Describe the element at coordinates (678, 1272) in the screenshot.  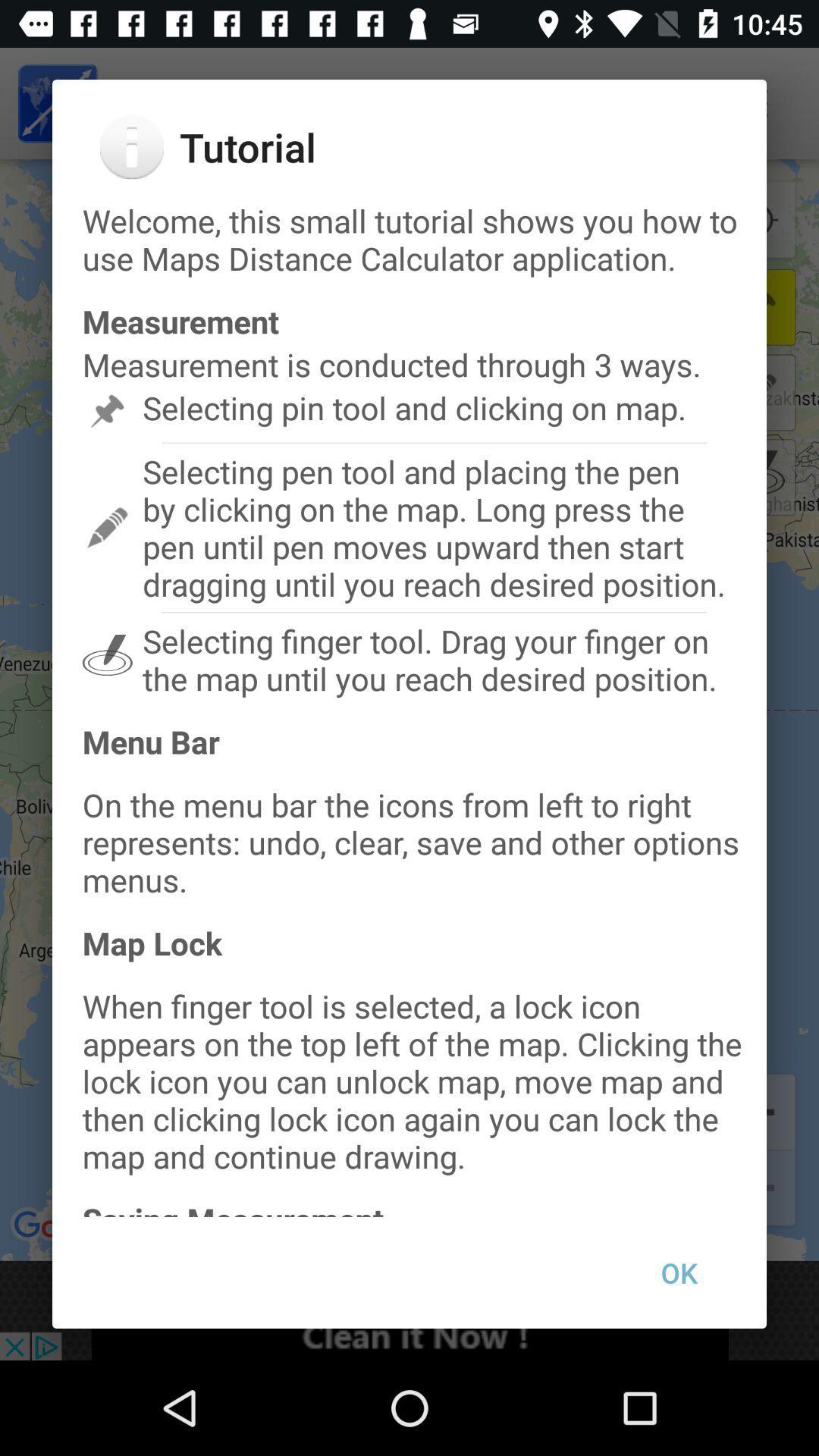
I see `the item below the saving measurement item` at that location.